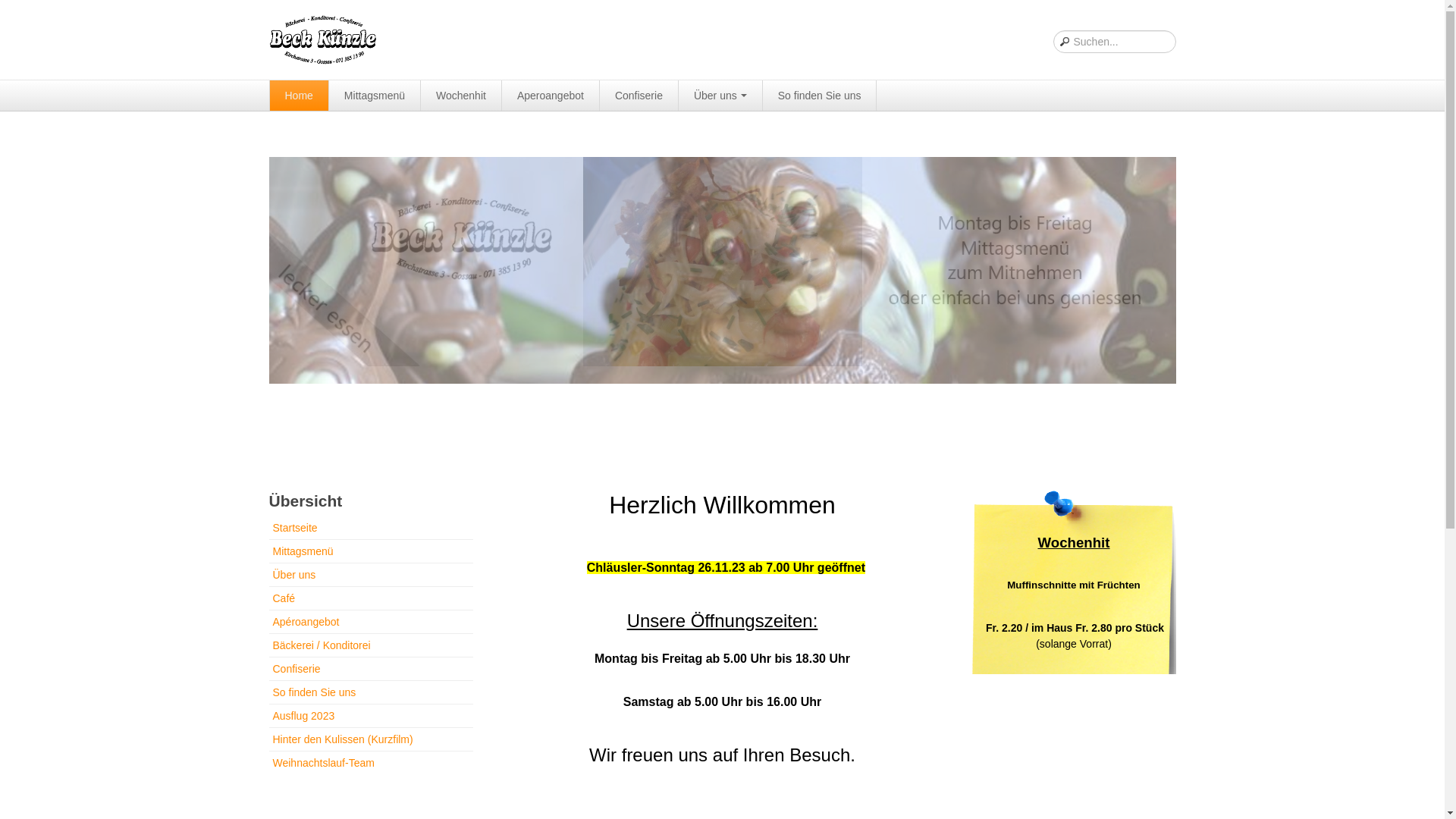 The height and width of the screenshot is (819, 1456). What do you see at coordinates (370, 529) in the screenshot?
I see `'Startseite'` at bounding box center [370, 529].